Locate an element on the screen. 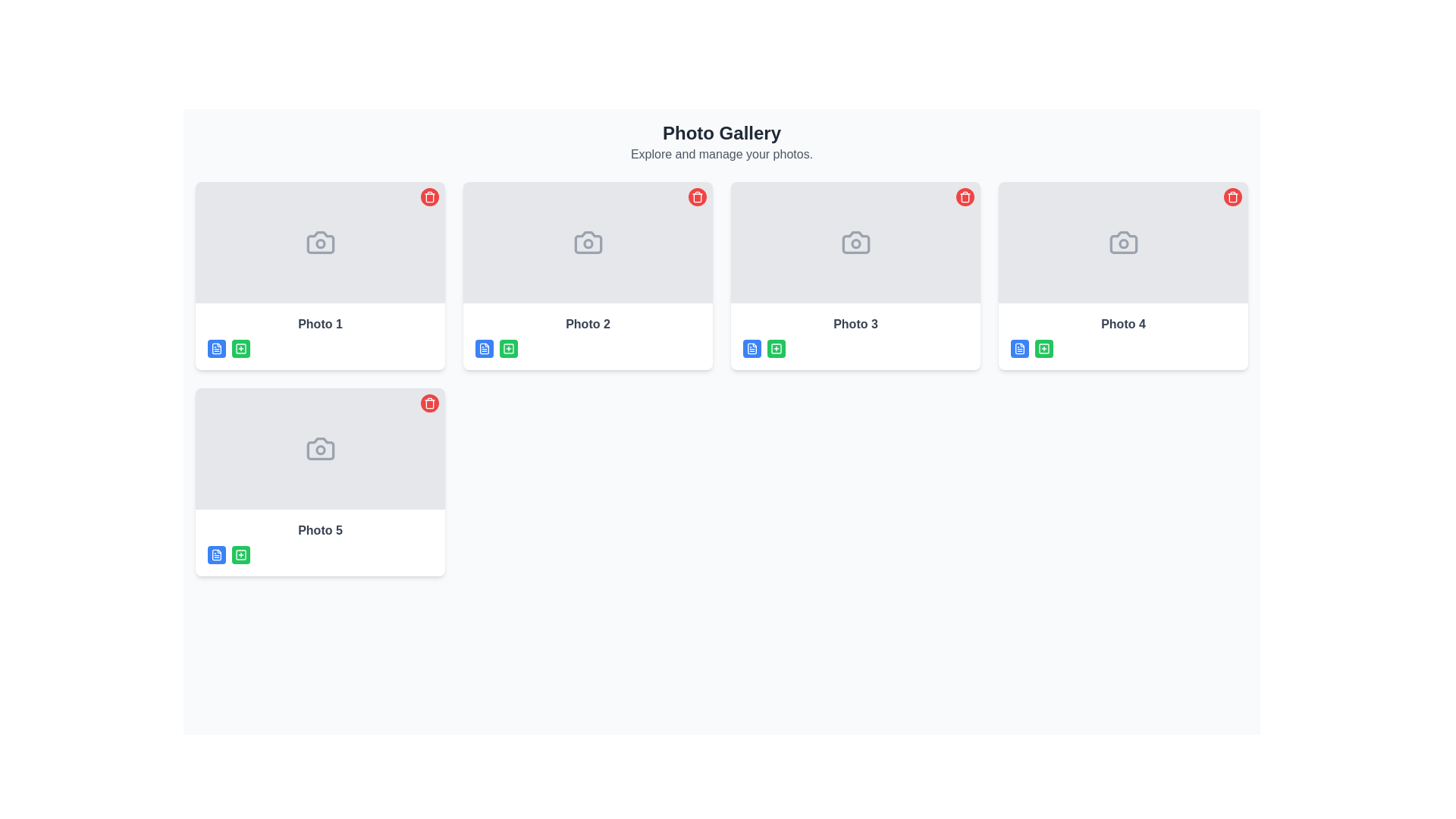  the green rounded square button with a white plus sign icon located below 'Photo 1' is located at coordinates (240, 348).